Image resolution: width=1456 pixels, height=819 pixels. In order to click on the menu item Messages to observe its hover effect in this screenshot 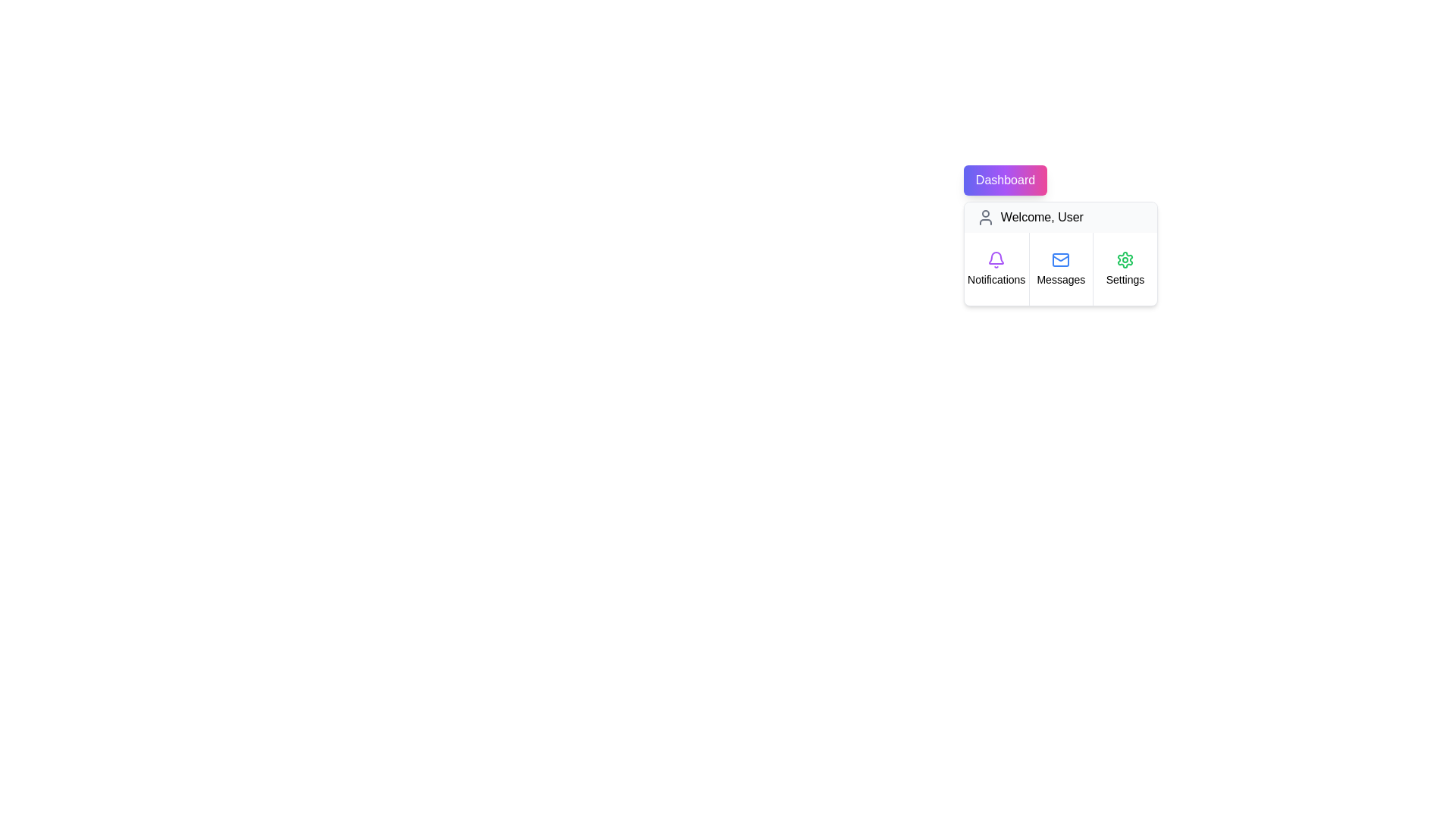, I will do `click(1059, 268)`.